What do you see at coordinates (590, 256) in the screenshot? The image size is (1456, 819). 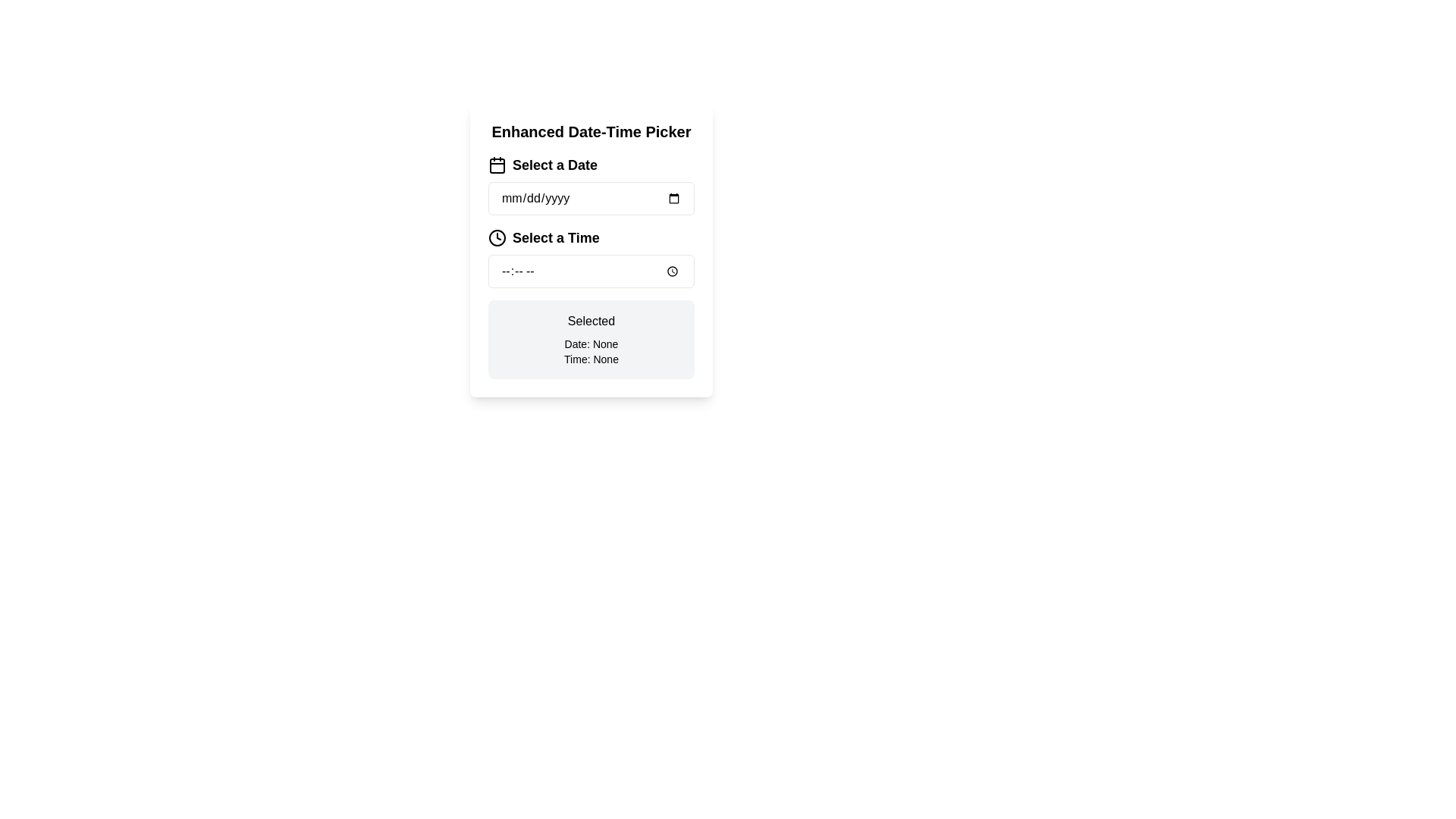 I see `the time picker input field labeled 'Select a Time'` at bounding box center [590, 256].